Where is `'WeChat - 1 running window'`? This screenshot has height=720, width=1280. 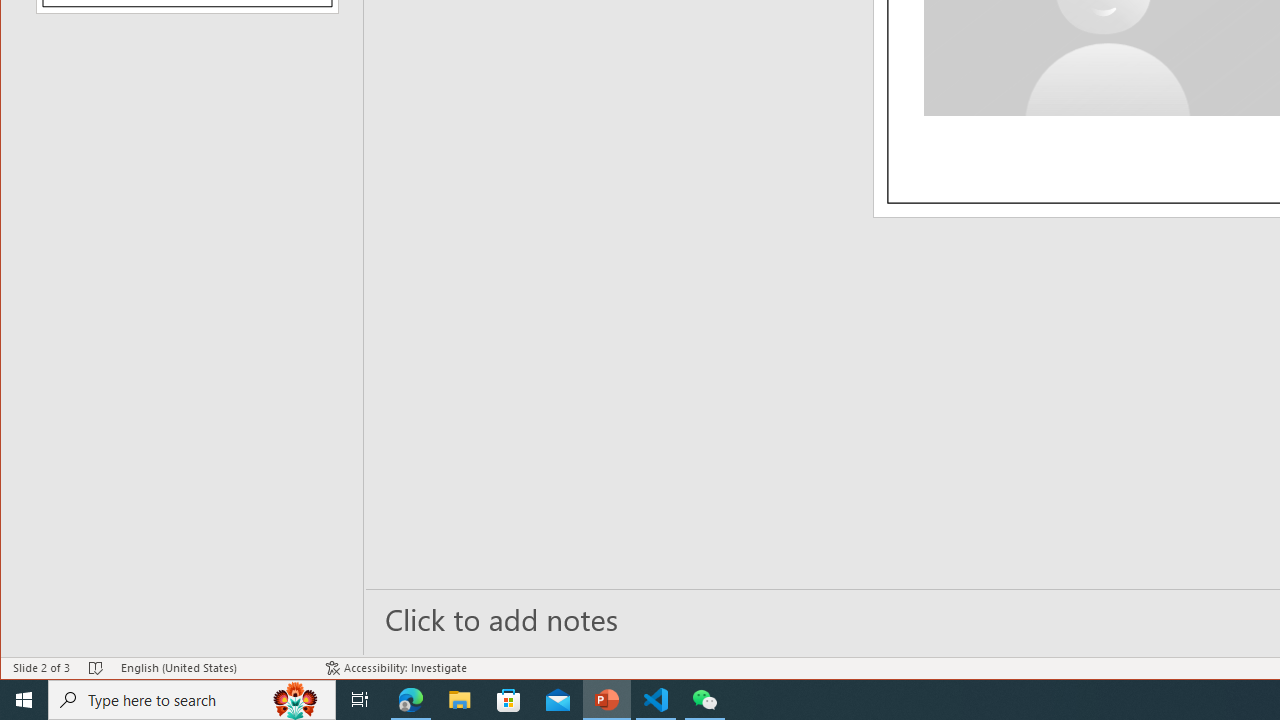 'WeChat - 1 running window' is located at coordinates (705, 698).